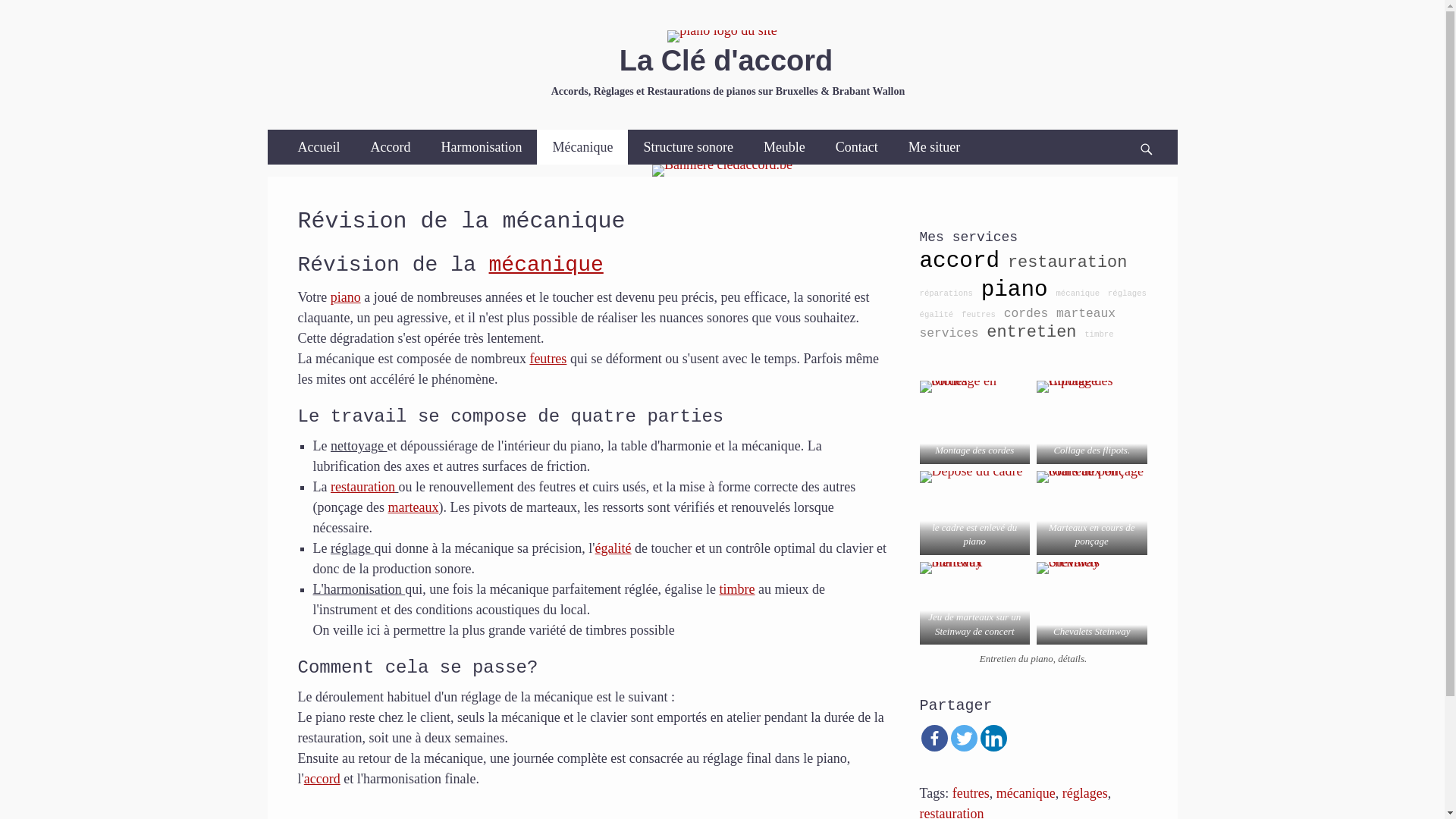 This screenshot has height=819, width=1456. I want to click on 'Me situer', so click(934, 146).